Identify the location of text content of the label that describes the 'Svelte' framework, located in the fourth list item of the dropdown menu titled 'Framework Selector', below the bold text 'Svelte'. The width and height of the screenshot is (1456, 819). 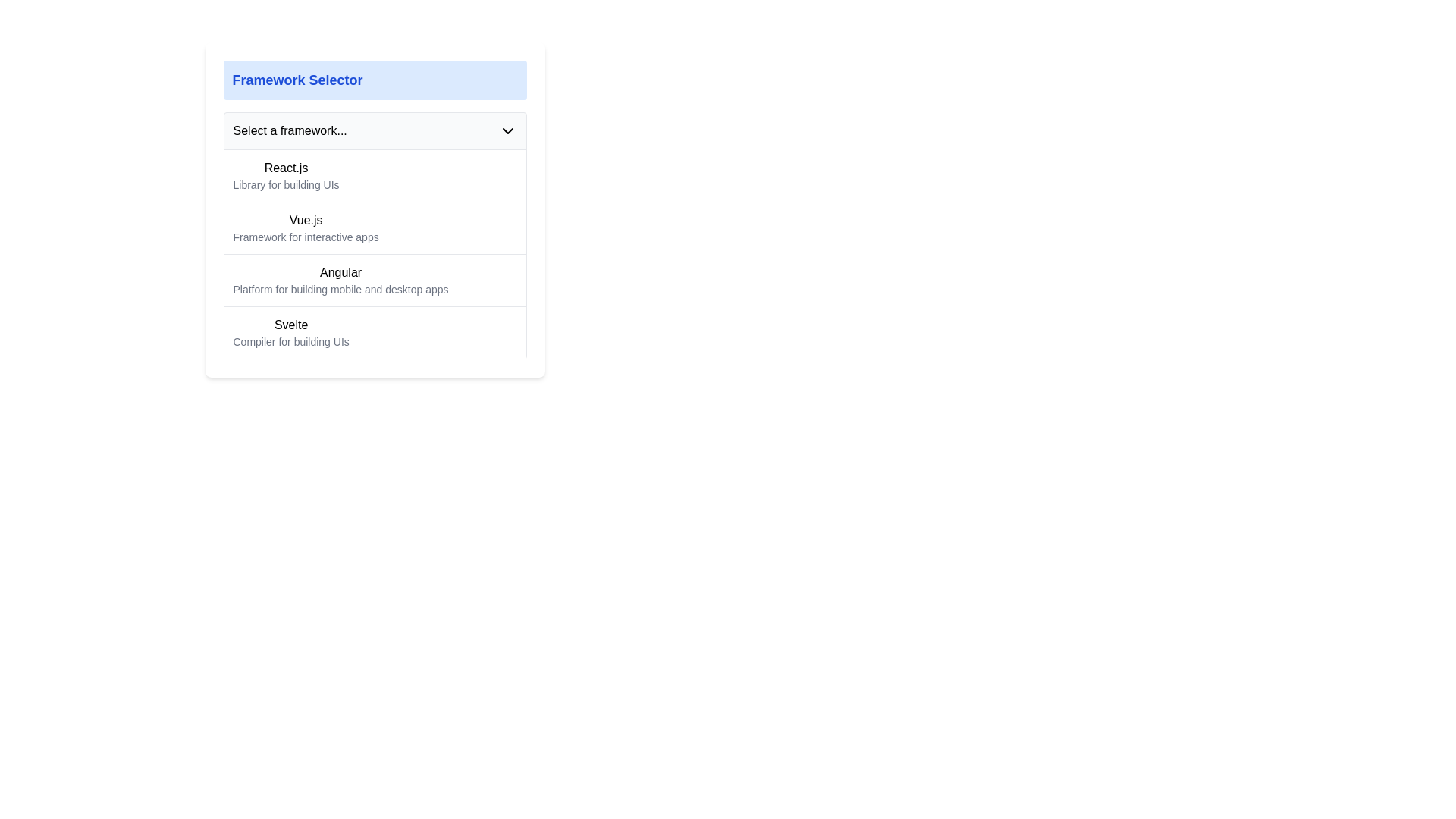
(291, 342).